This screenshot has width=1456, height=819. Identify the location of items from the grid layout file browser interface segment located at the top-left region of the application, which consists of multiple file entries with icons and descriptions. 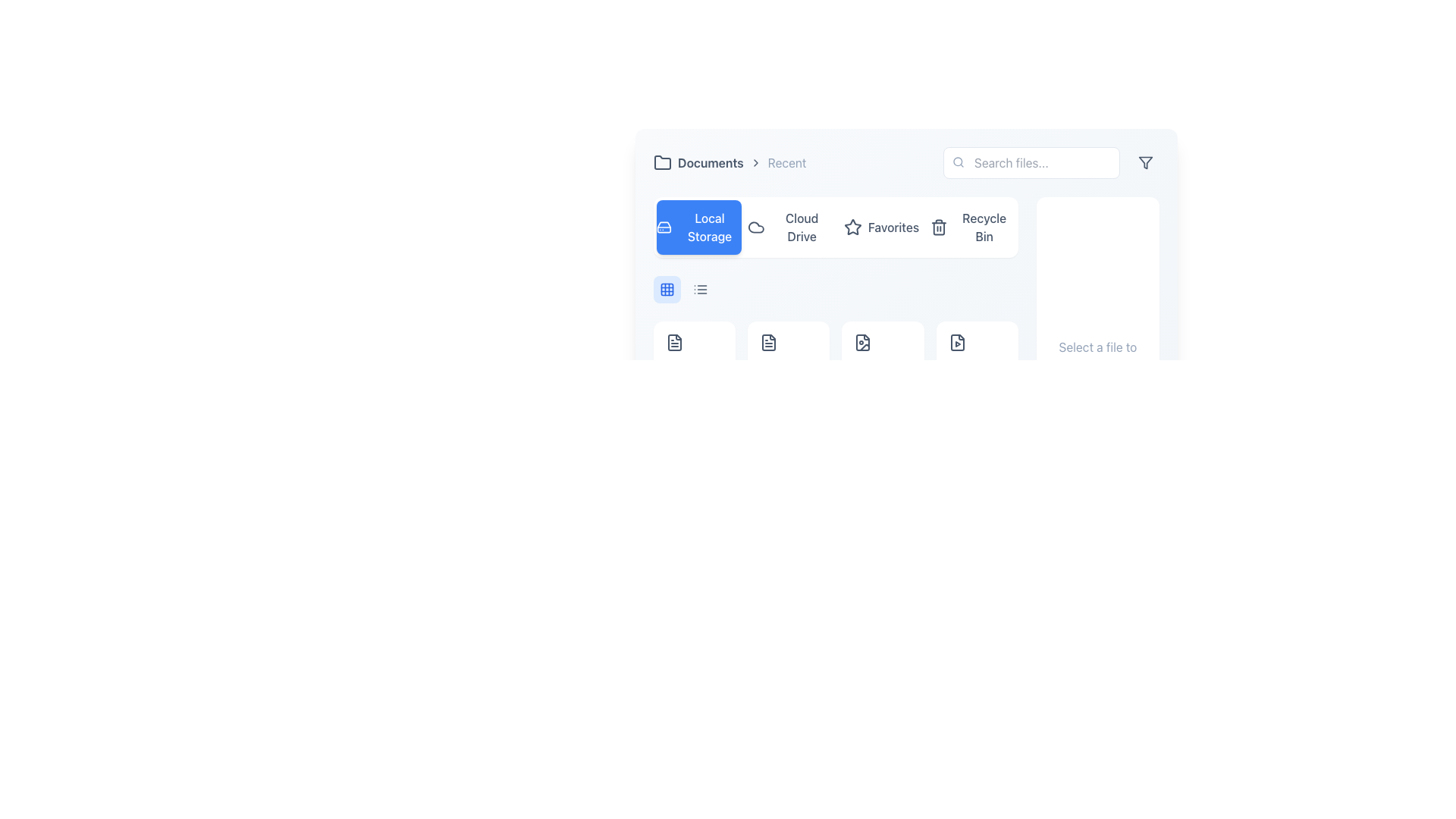
(835, 356).